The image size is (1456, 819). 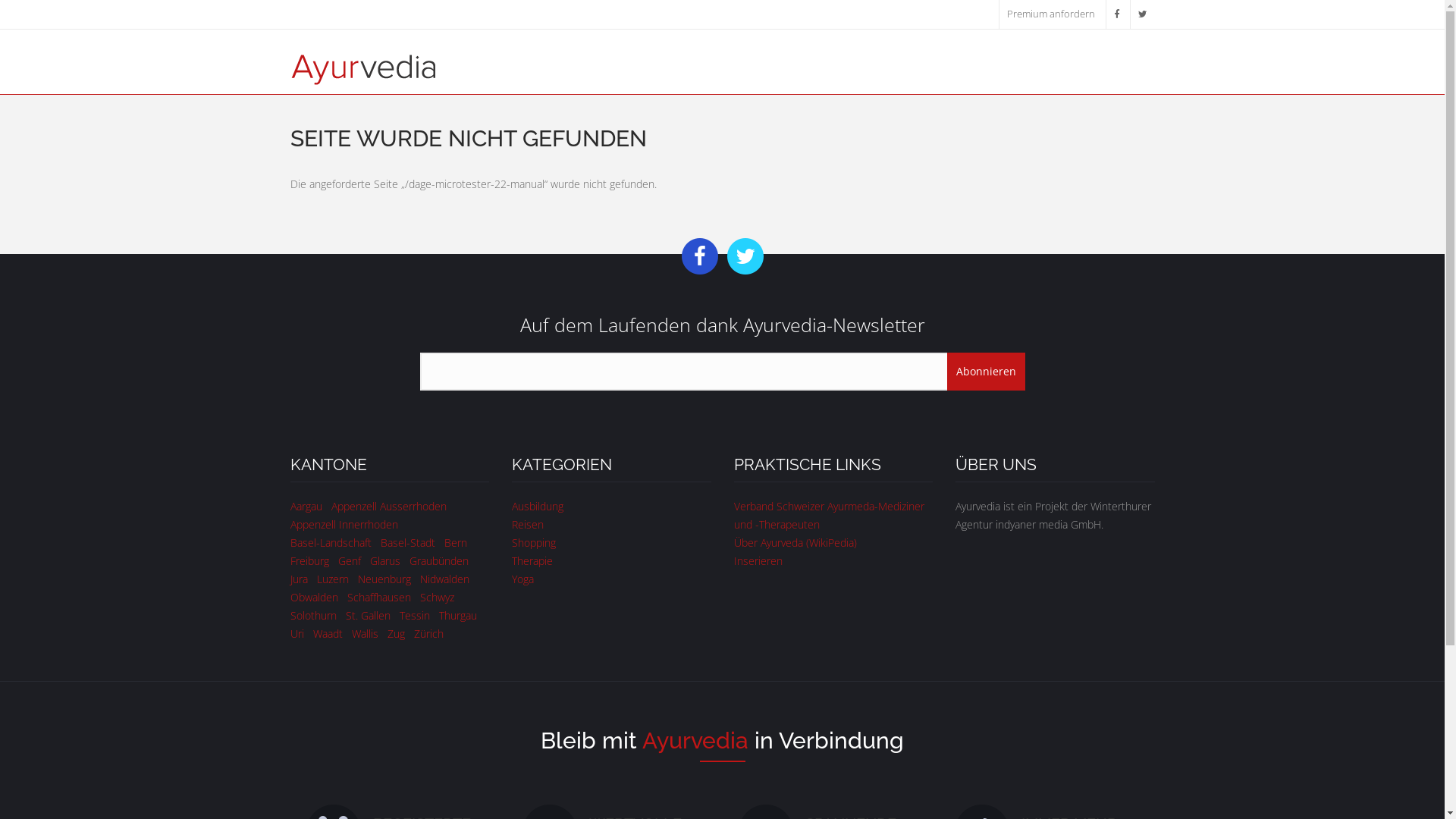 I want to click on 'Facebook', so click(x=1116, y=14).